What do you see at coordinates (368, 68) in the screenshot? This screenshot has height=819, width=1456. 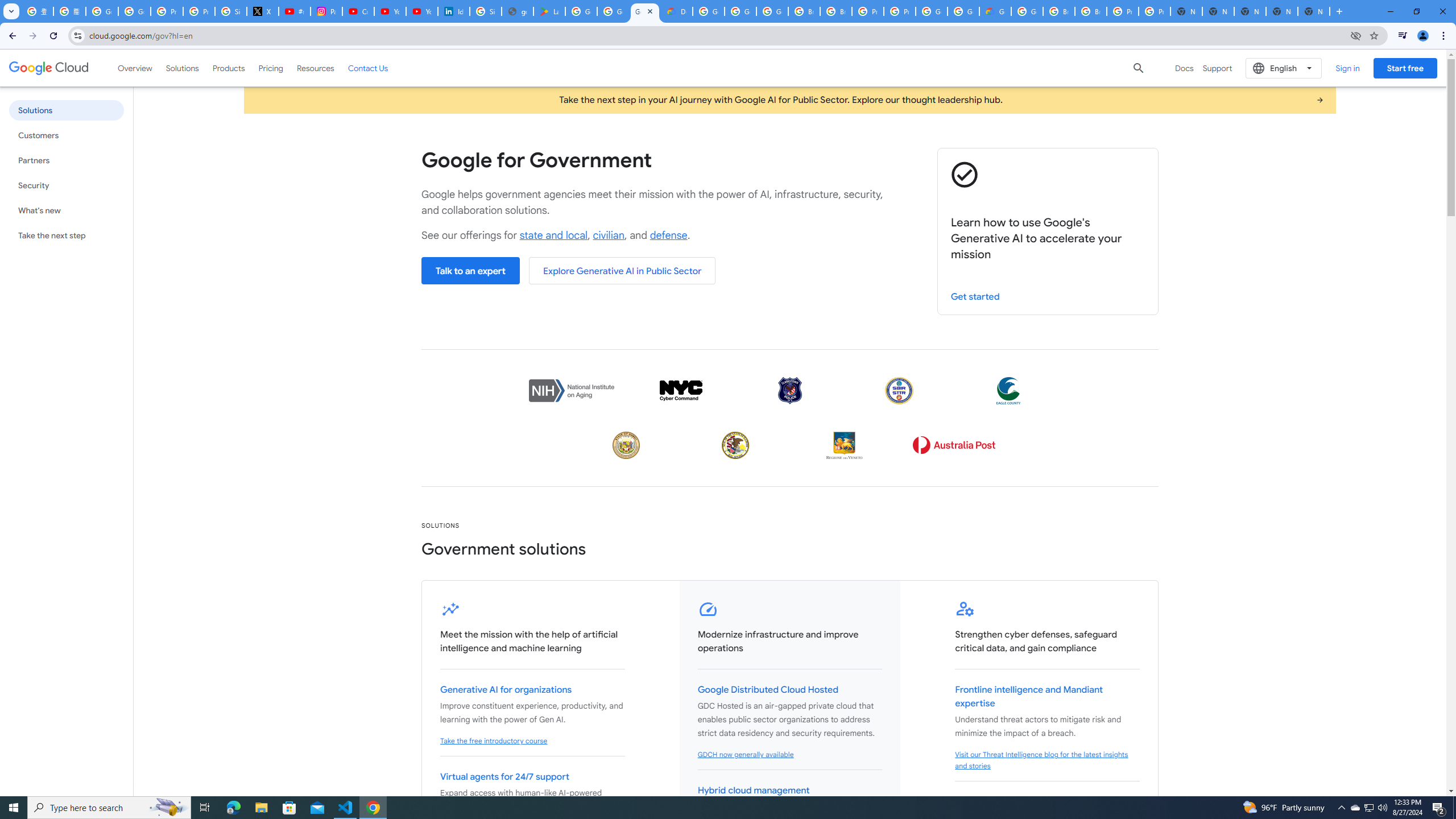 I see `'Contact Us'` at bounding box center [368, 68].